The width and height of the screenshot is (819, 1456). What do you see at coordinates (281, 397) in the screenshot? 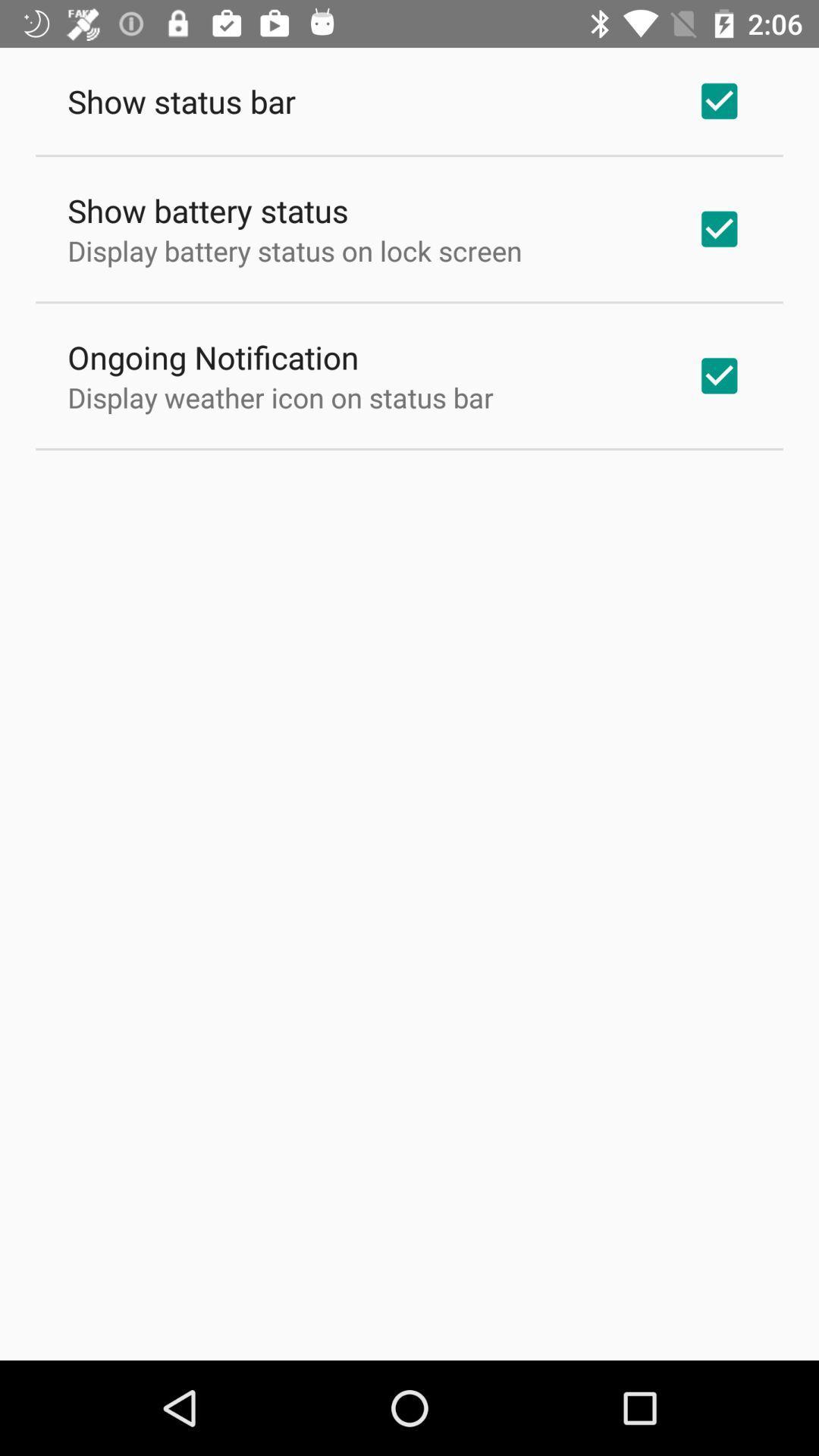
I see `item below the ongoing notification icon` at bounding box center [281, 397].